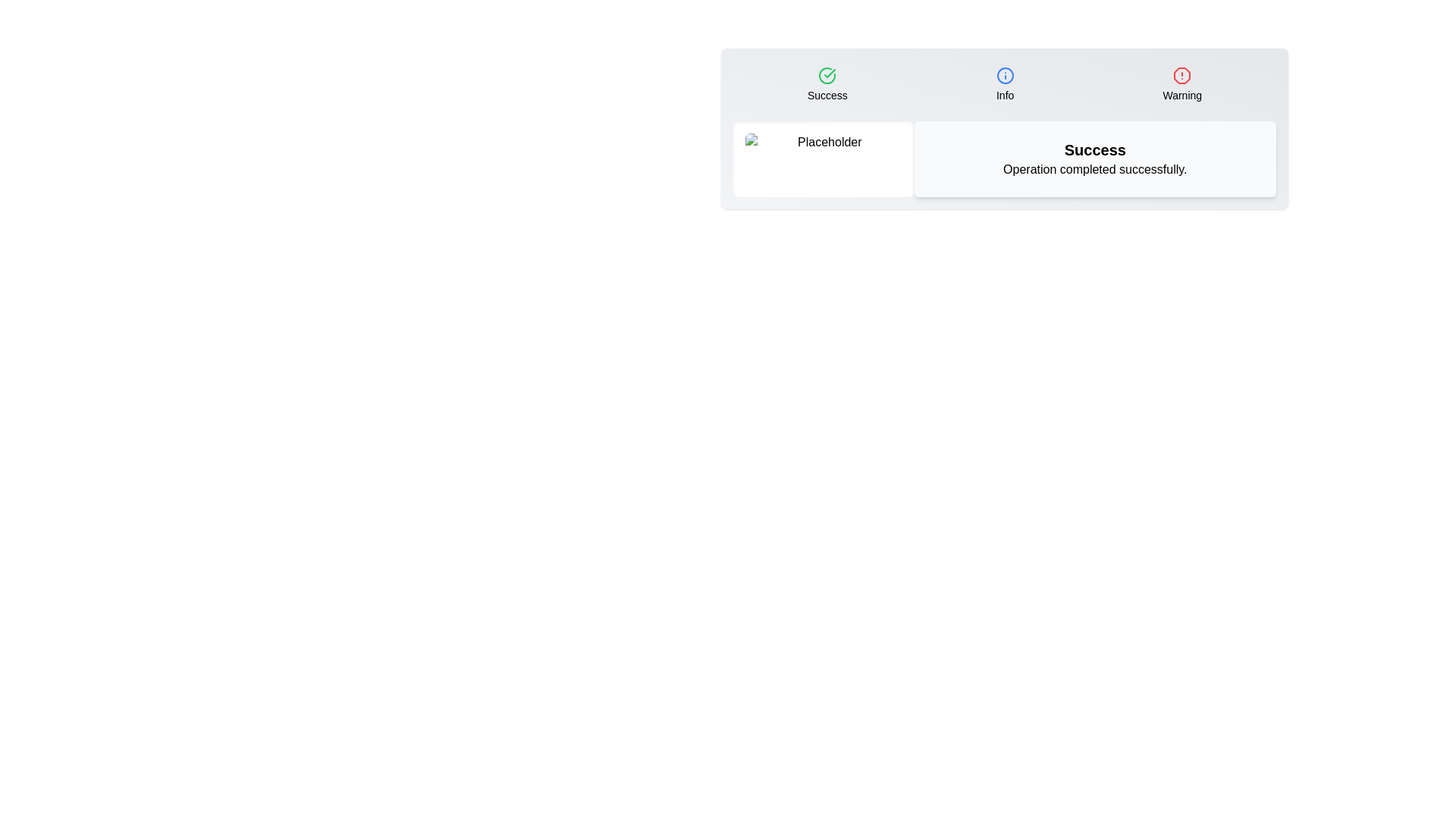 The width and height of the screenshot is (1456, 819). I want to click on the text 'Operation completed successfully.' in the right section of the component, so click(1095, 169).